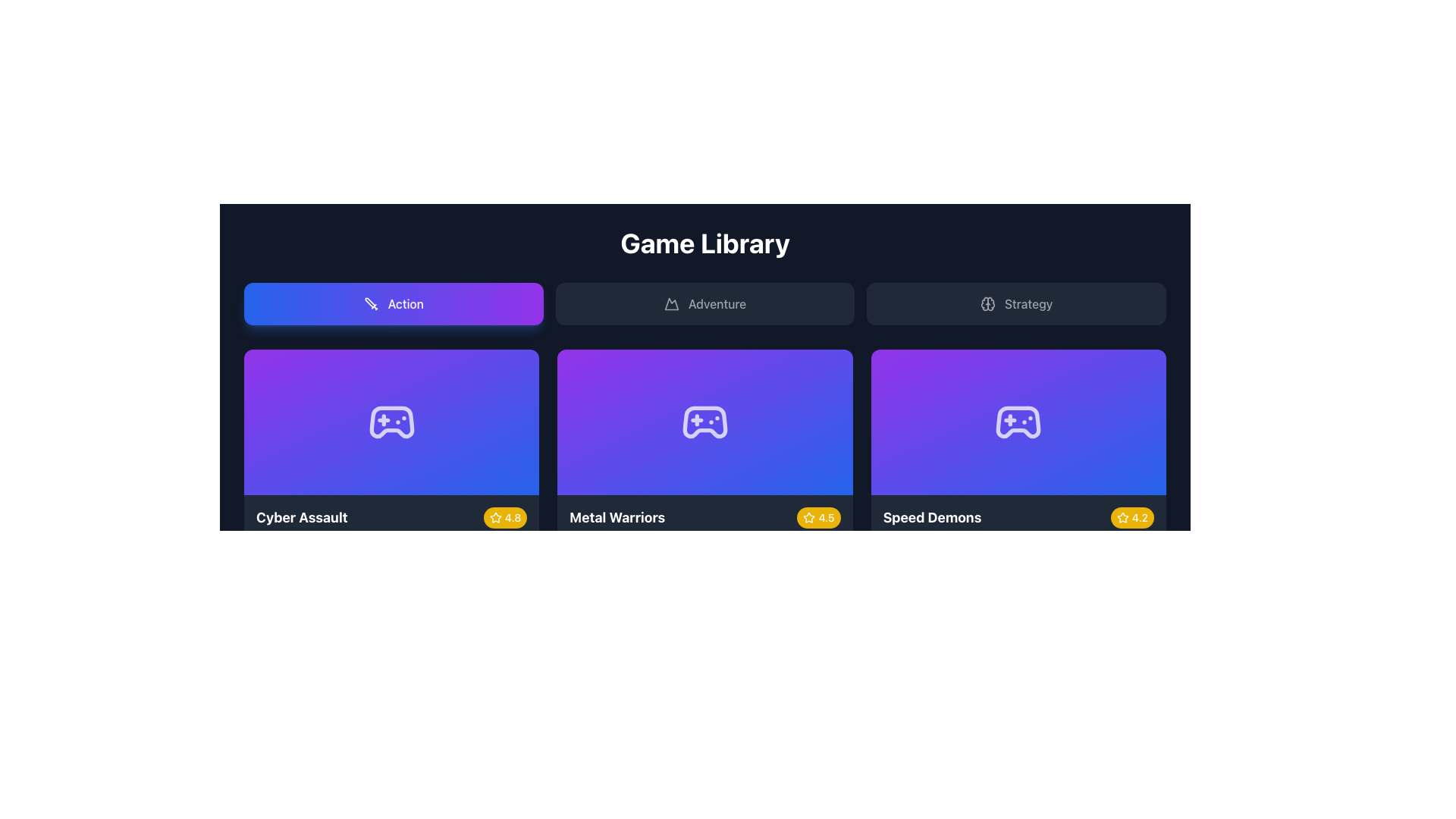  Describe the element at coordinates (704, 422) in the screenshot. I see `the central game icon in the three-card layout of the game library section, which visually represents the associated game for identification` at that location.